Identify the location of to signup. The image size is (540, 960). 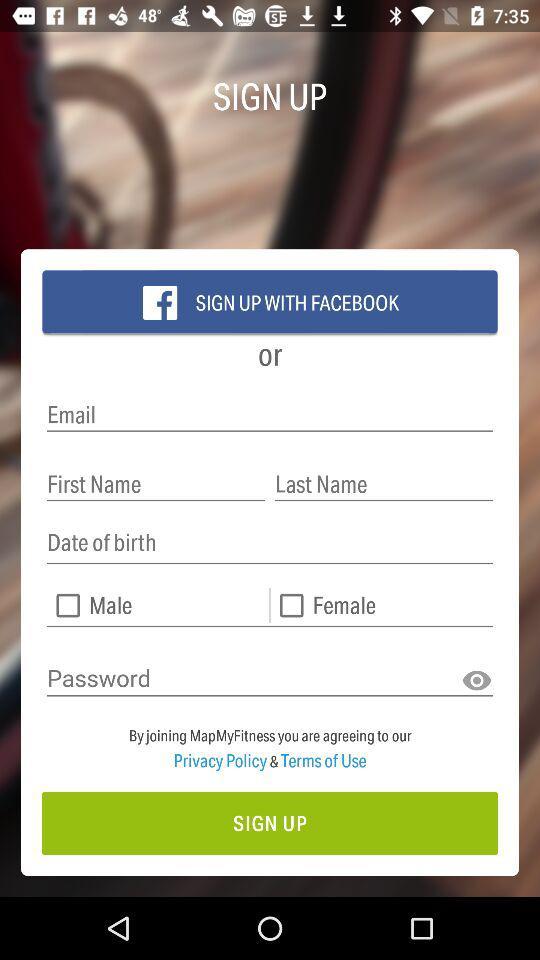
(270, 823).